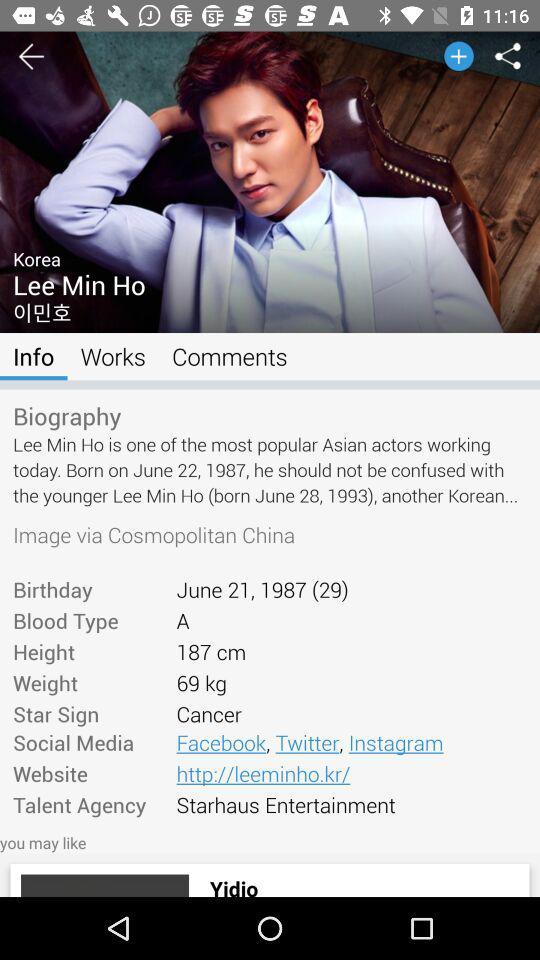 The width and height of the screenshot is (540, 960). Describe the element at coordinates (113, 356) in the screenshot. I see `the app next to the info item` at that location.